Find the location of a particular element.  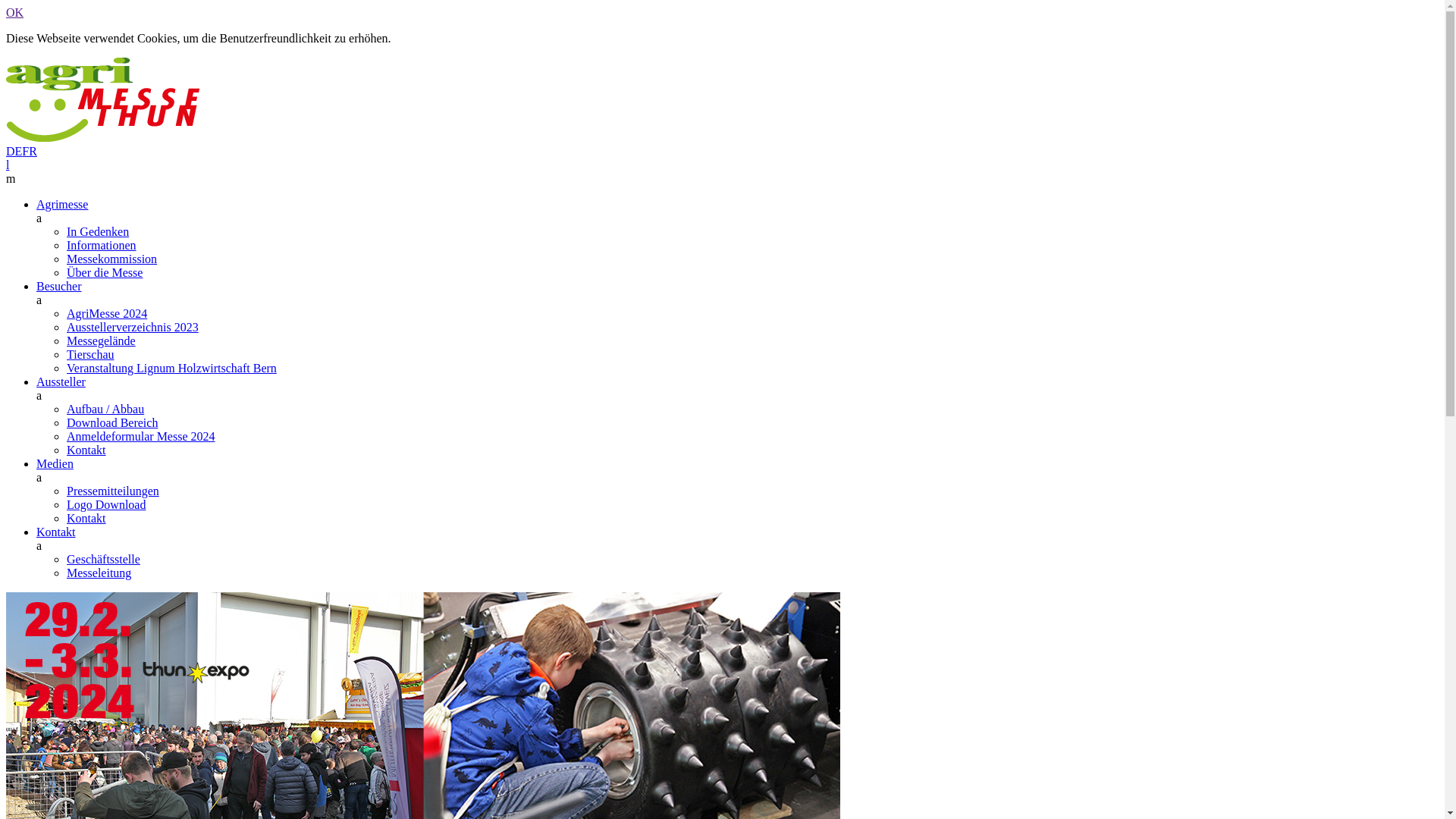

'Veranstaltung Lignum Holzwirtschaft Bern' is located at coordinates (171, 368).